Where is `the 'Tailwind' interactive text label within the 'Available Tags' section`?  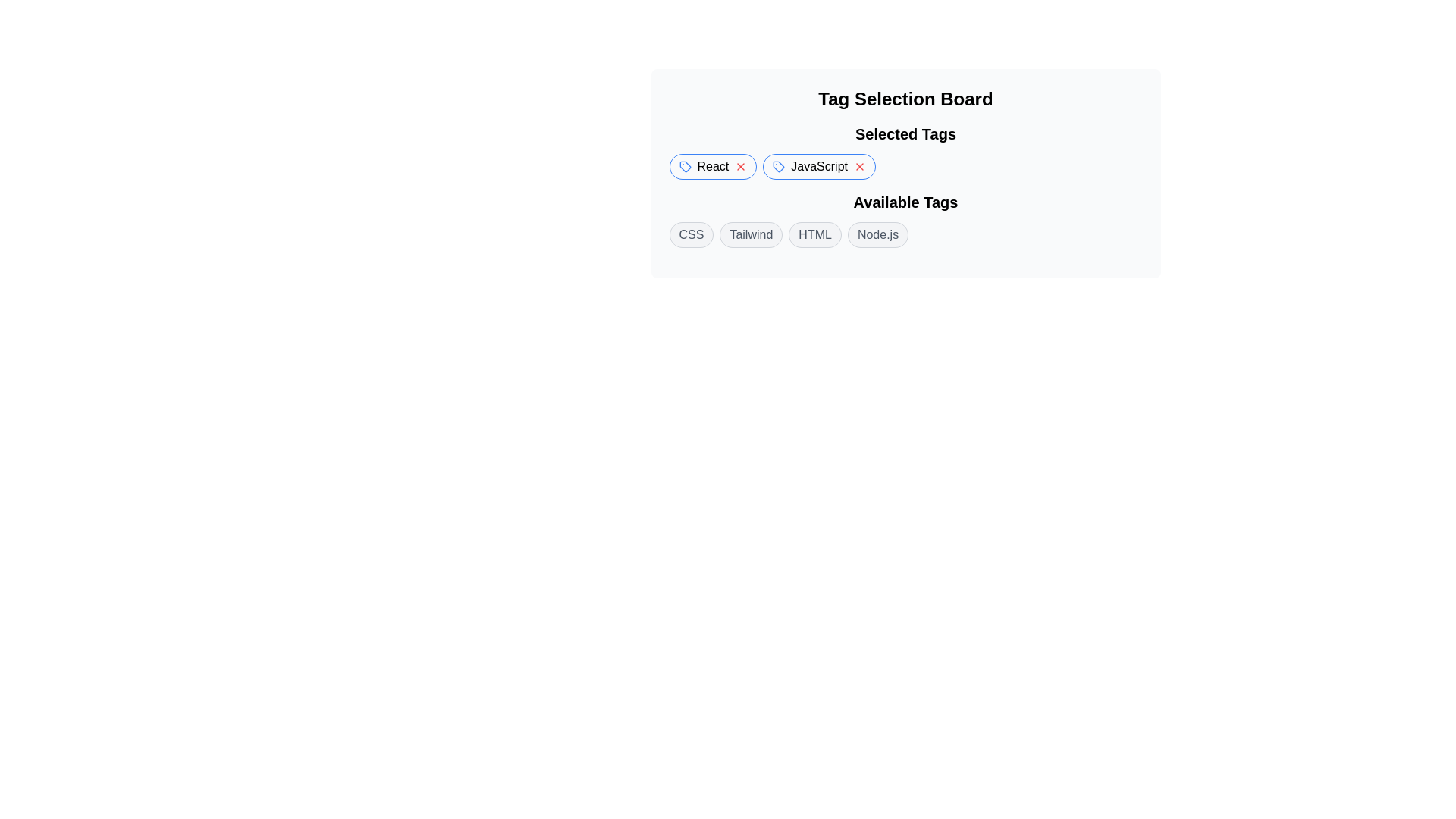
the 'Tailwind' interactive text label within the 'Available Tags' section is located at coordinates (751, 234).